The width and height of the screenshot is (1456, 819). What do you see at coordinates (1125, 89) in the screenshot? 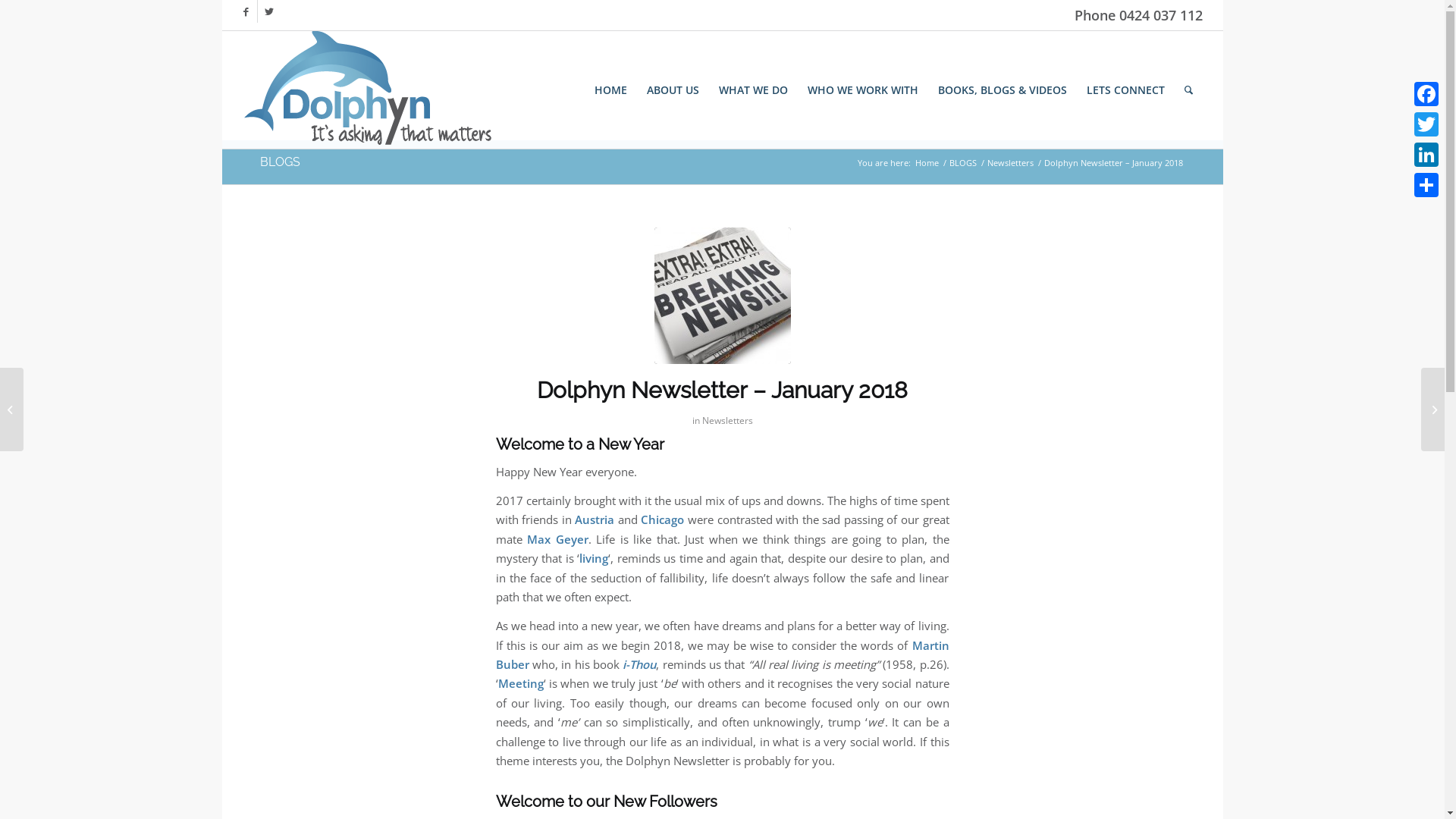
I see `'LETS CONNECT'` at bounding box center [1125, 89].